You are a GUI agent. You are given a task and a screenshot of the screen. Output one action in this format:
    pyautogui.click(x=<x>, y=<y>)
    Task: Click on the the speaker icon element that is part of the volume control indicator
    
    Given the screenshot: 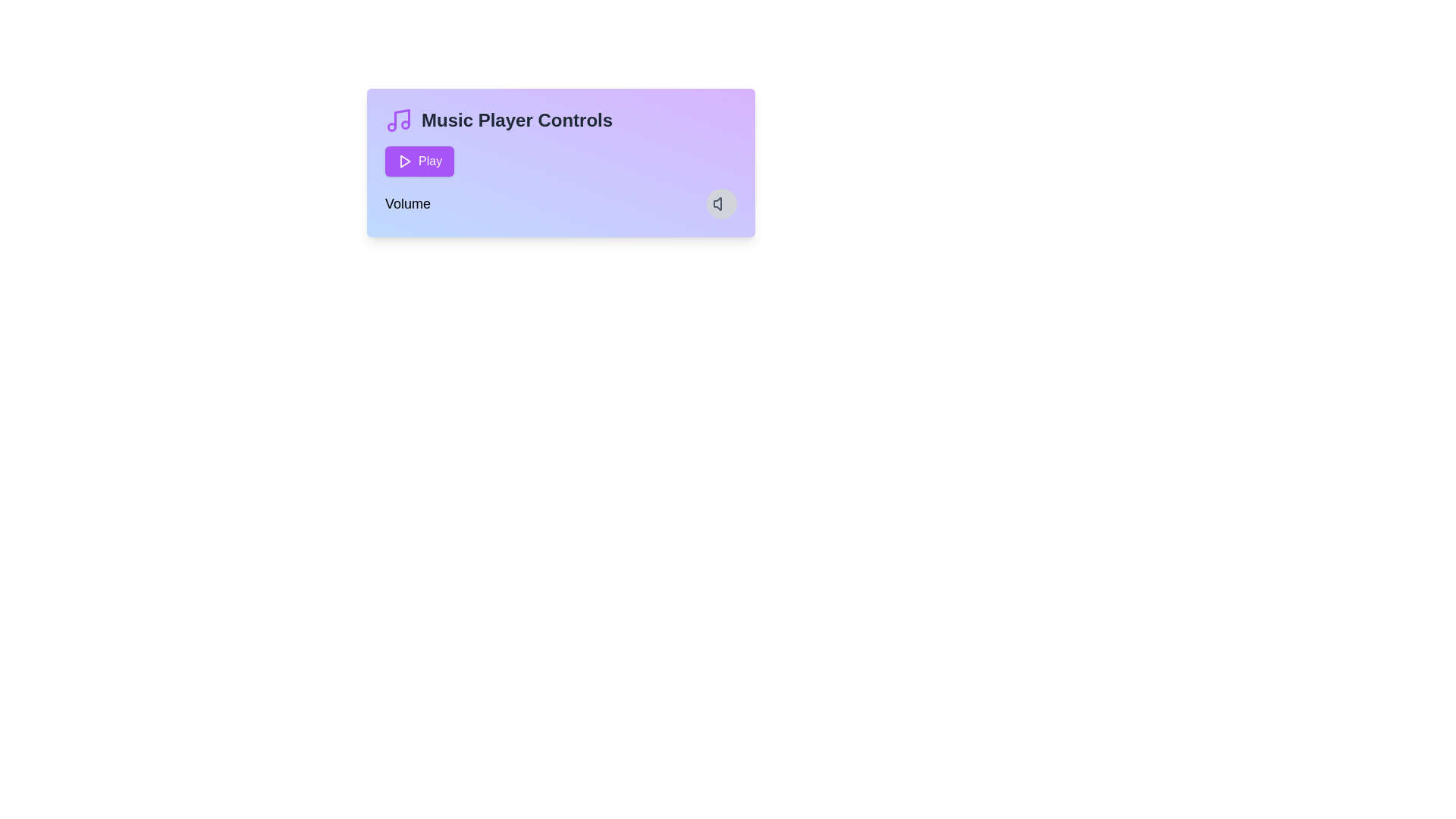 What is the action you would take?
    pyautogui.click(x=717, y=203)
    